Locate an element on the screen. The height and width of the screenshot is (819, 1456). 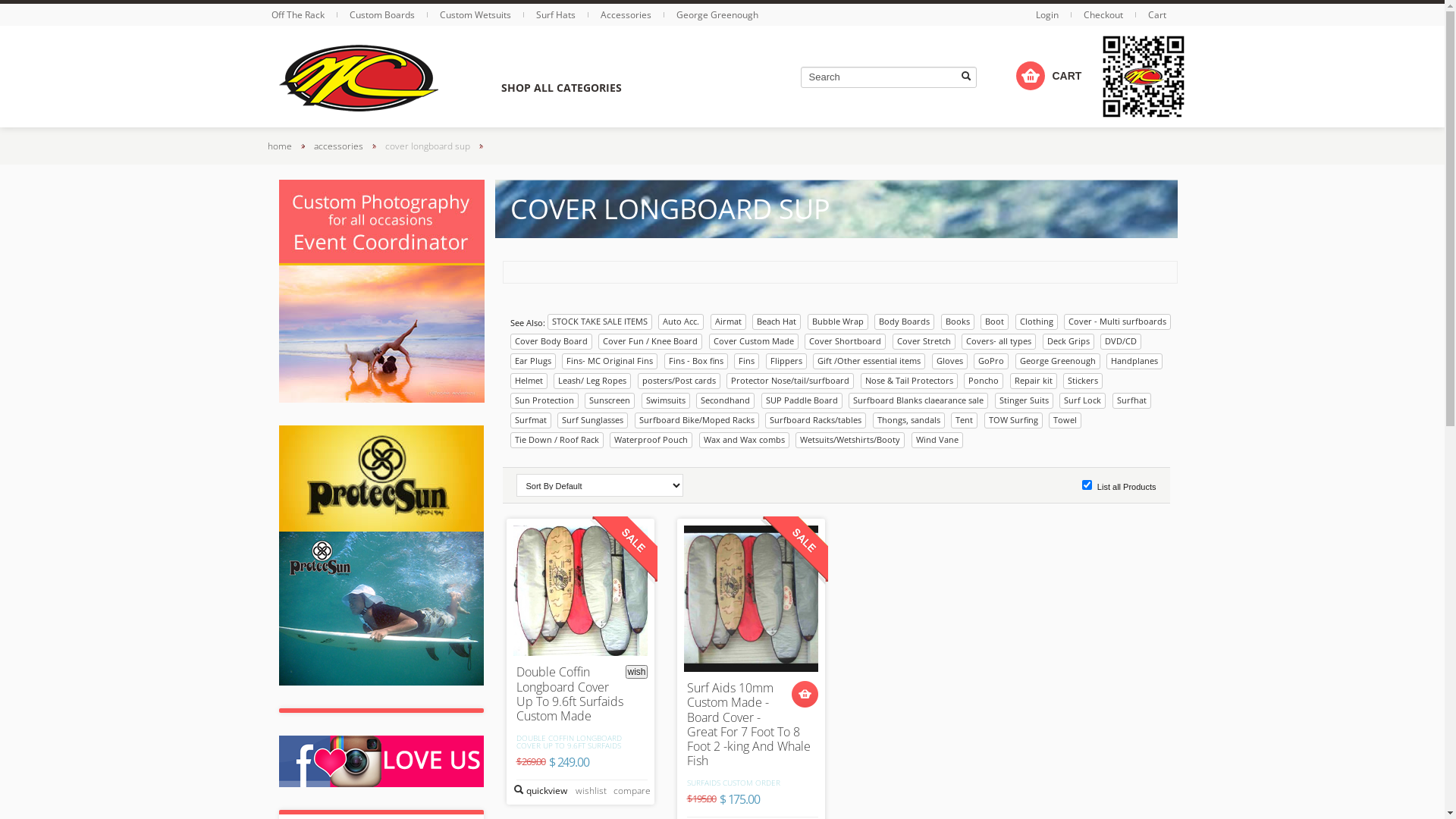
'Sunscreen' is located at coordinates (584, 400).